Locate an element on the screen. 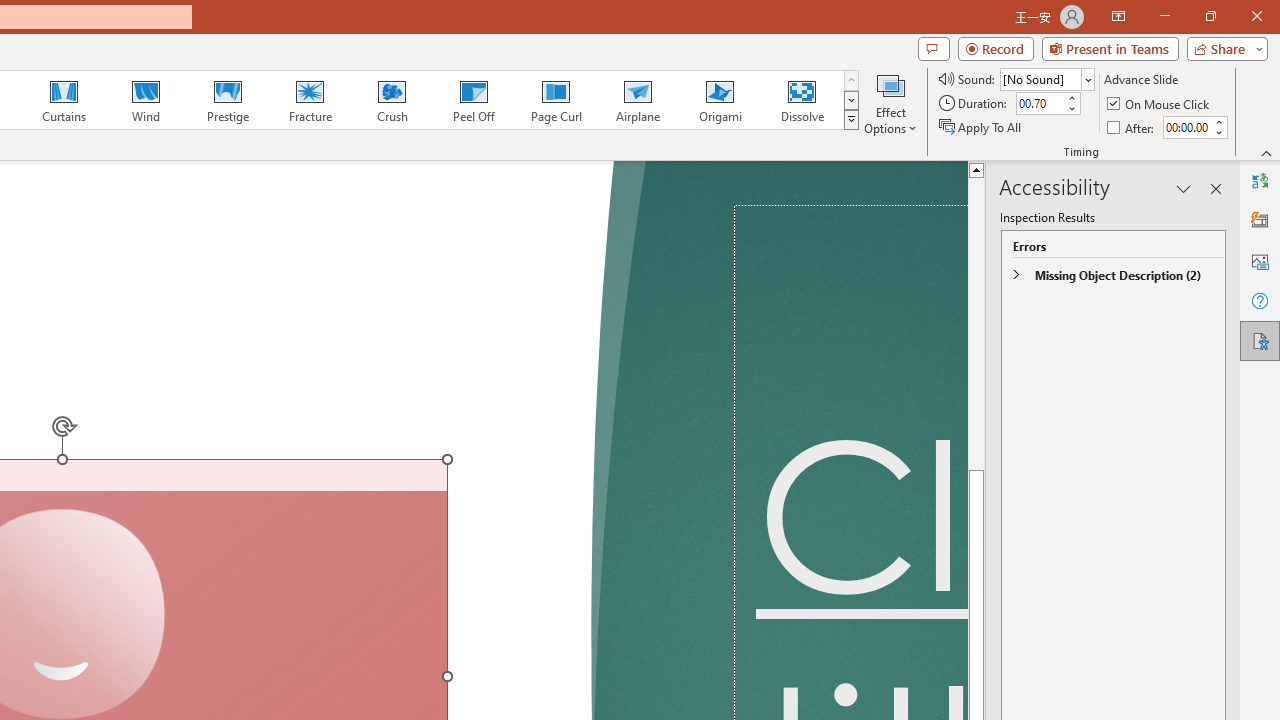 The height and width of the screenshot is (720, 1280). 'Page Curl' is located at coordinates (555, 100).